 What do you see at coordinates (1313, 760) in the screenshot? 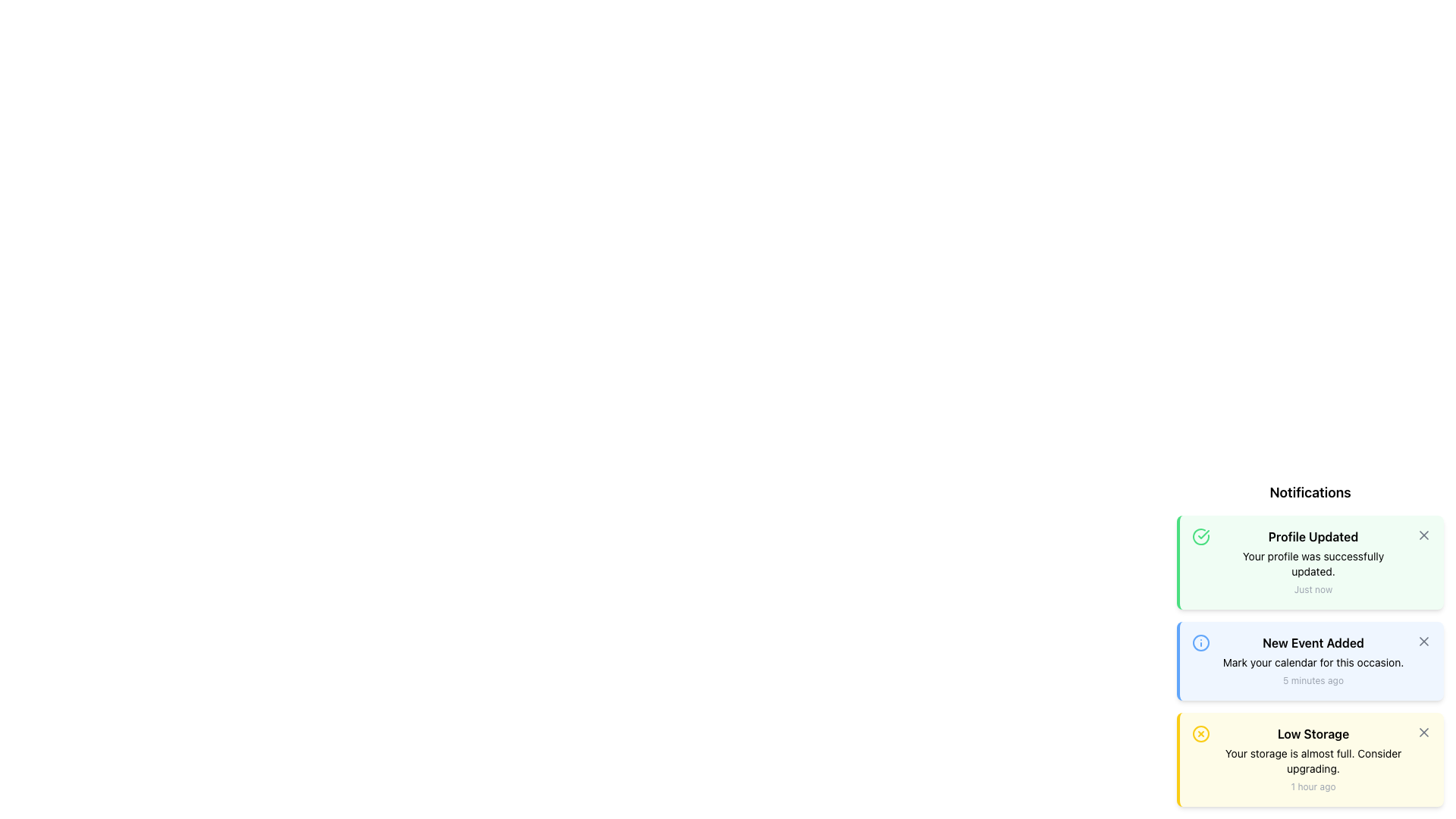
I see `the notification card that informs the user about low storage space, which is the third item in a vertical stack of notifications under 'New Event Added'` at bounding box center [1313, 760].